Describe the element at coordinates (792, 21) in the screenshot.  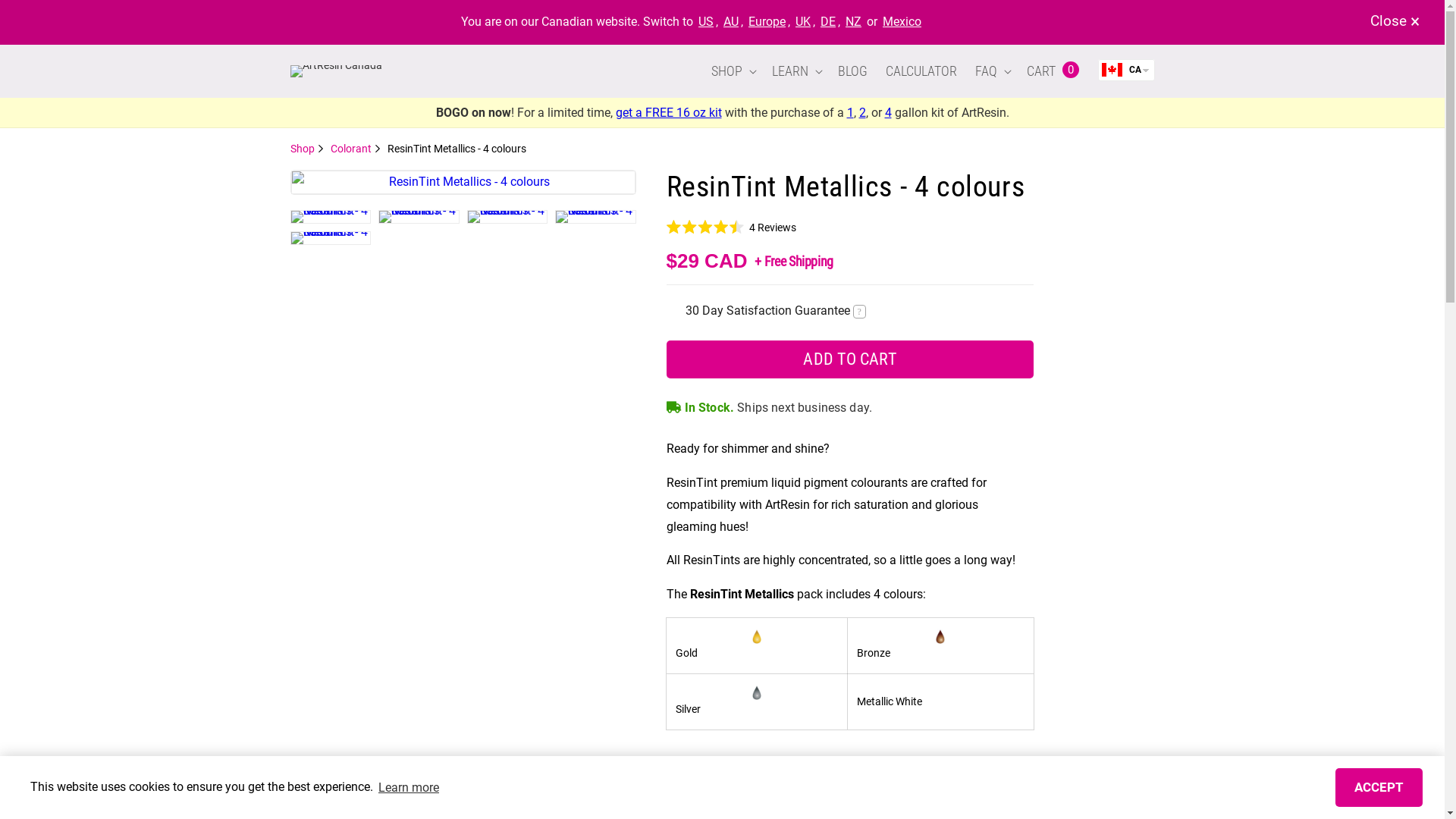
I see `'UK'` at that location.